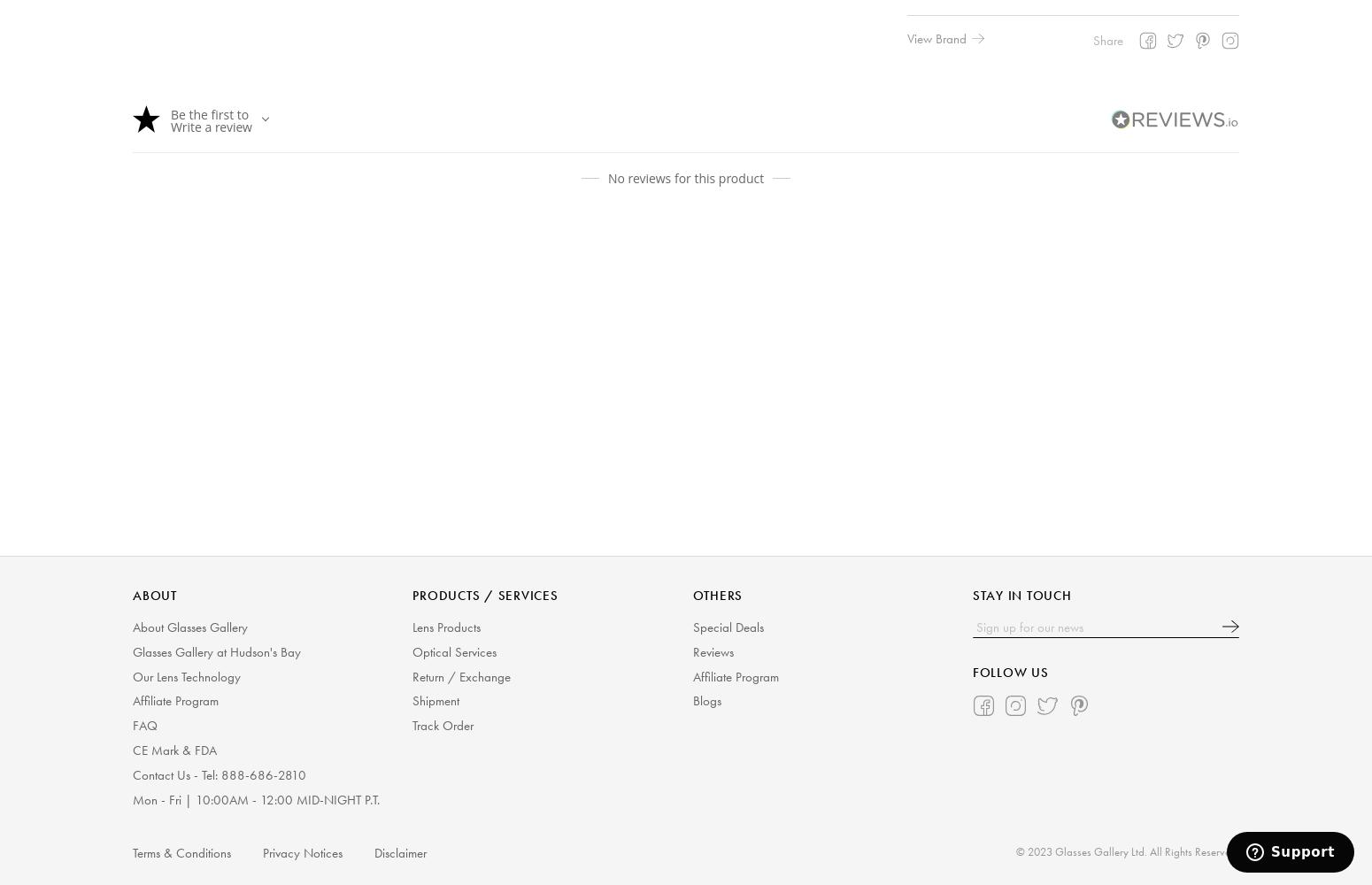 This screenshot has height=885, width=1372. I want to click on 'PRODUCTS / SERVICES', so click(484, 596).